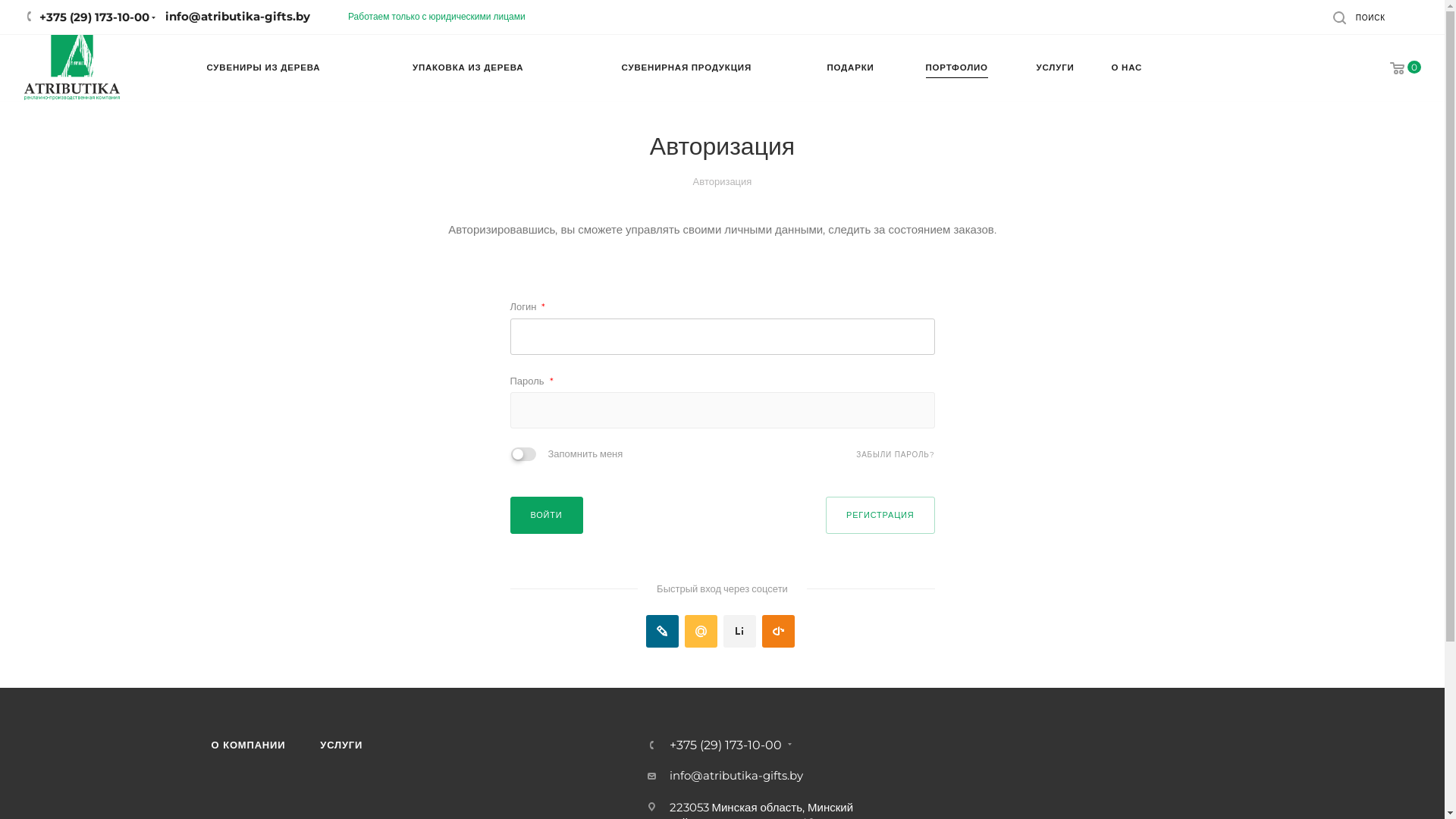  What do you see at coordinates (778, 631) in the screenshot?
I see `'OpenID'` at bounding box center [778, 631].